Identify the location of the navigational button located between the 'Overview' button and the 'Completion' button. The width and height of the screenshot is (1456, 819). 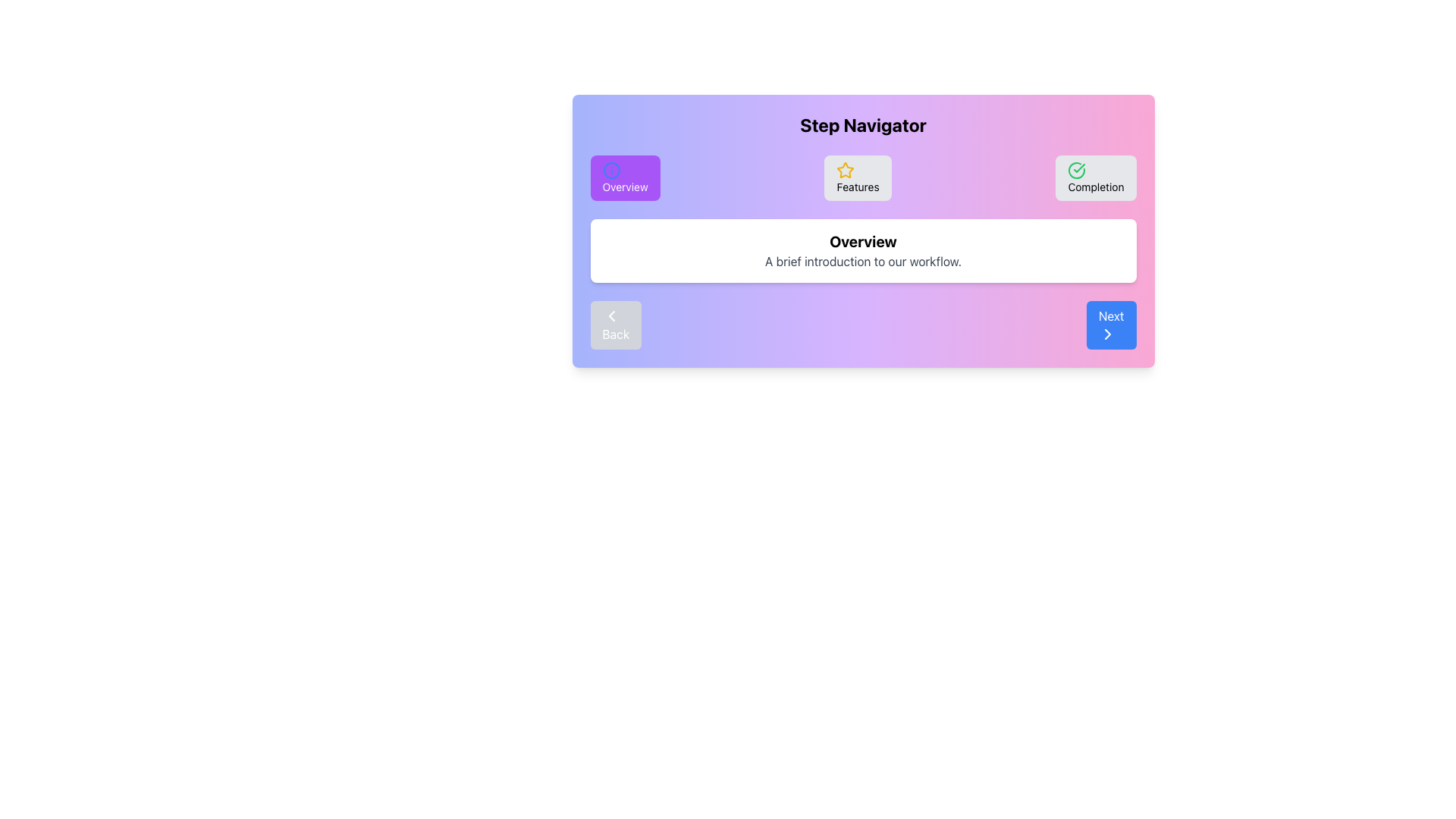
(858, 177).